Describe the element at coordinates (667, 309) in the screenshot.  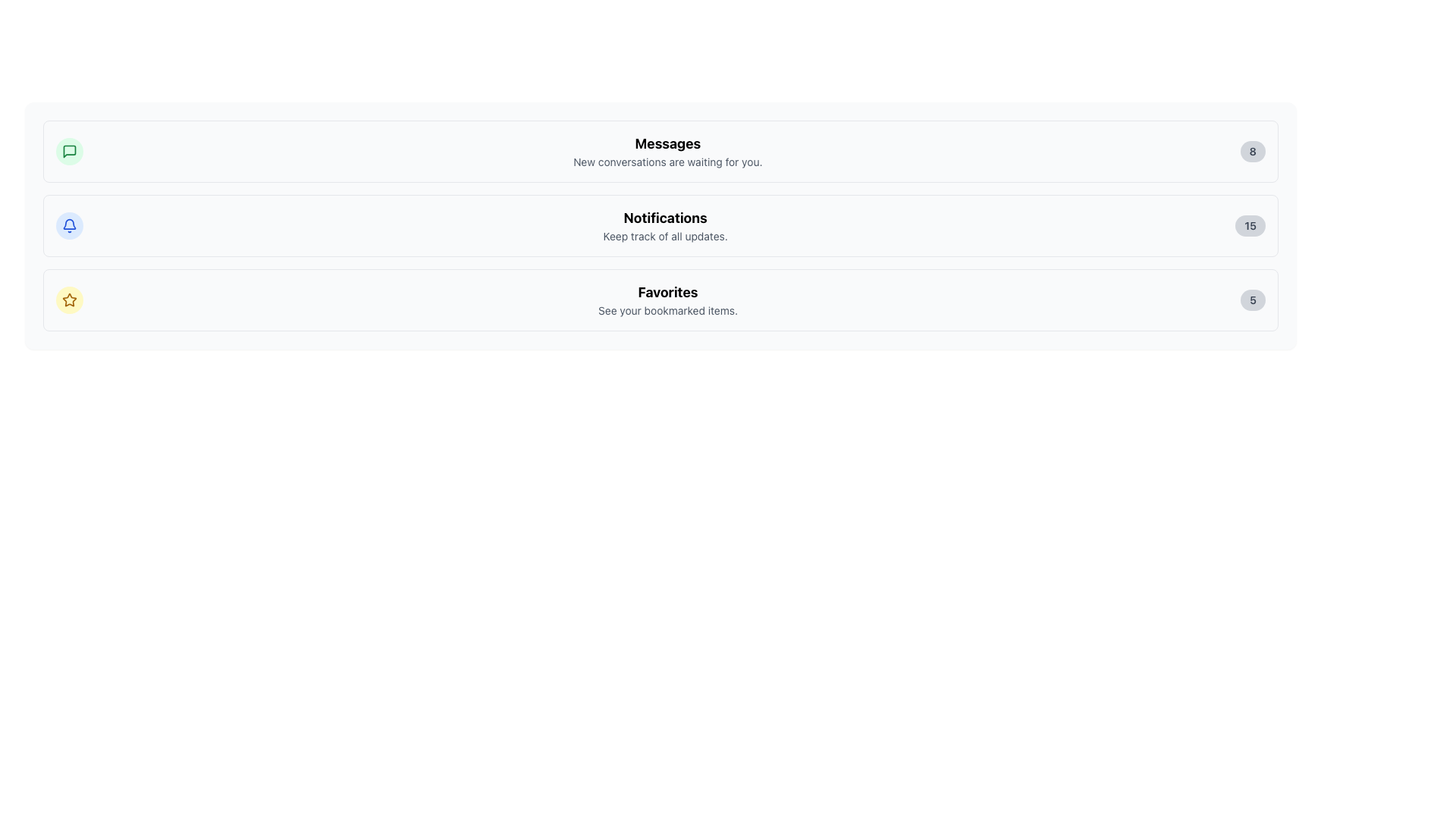
I see `the descriptive text label providing guidance about the 'Favorites' section, located below the bold header 'Favorites'` at that location.